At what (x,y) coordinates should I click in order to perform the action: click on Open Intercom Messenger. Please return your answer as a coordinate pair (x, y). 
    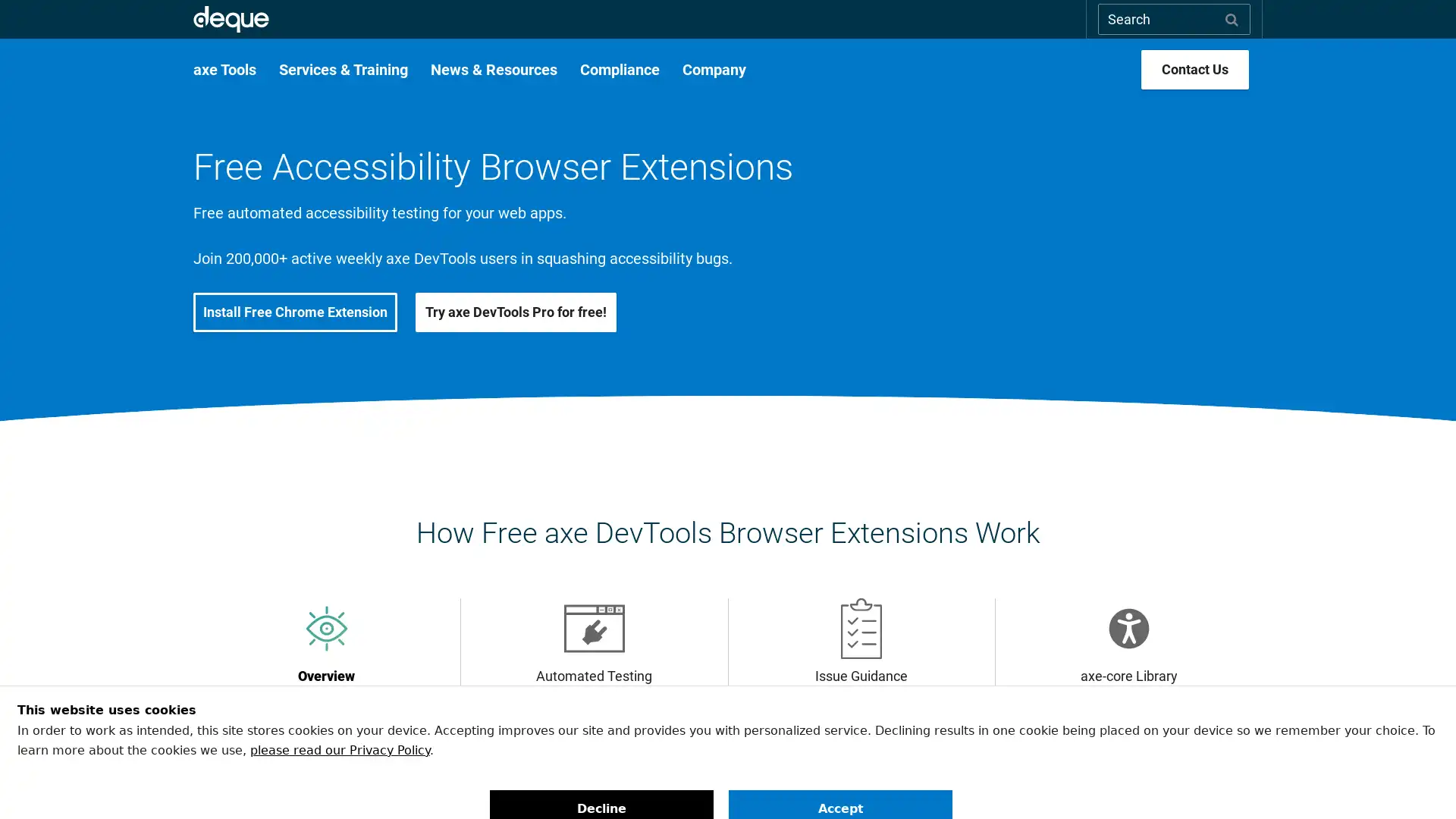
    Looking at the image, I should click on (1417, 780).